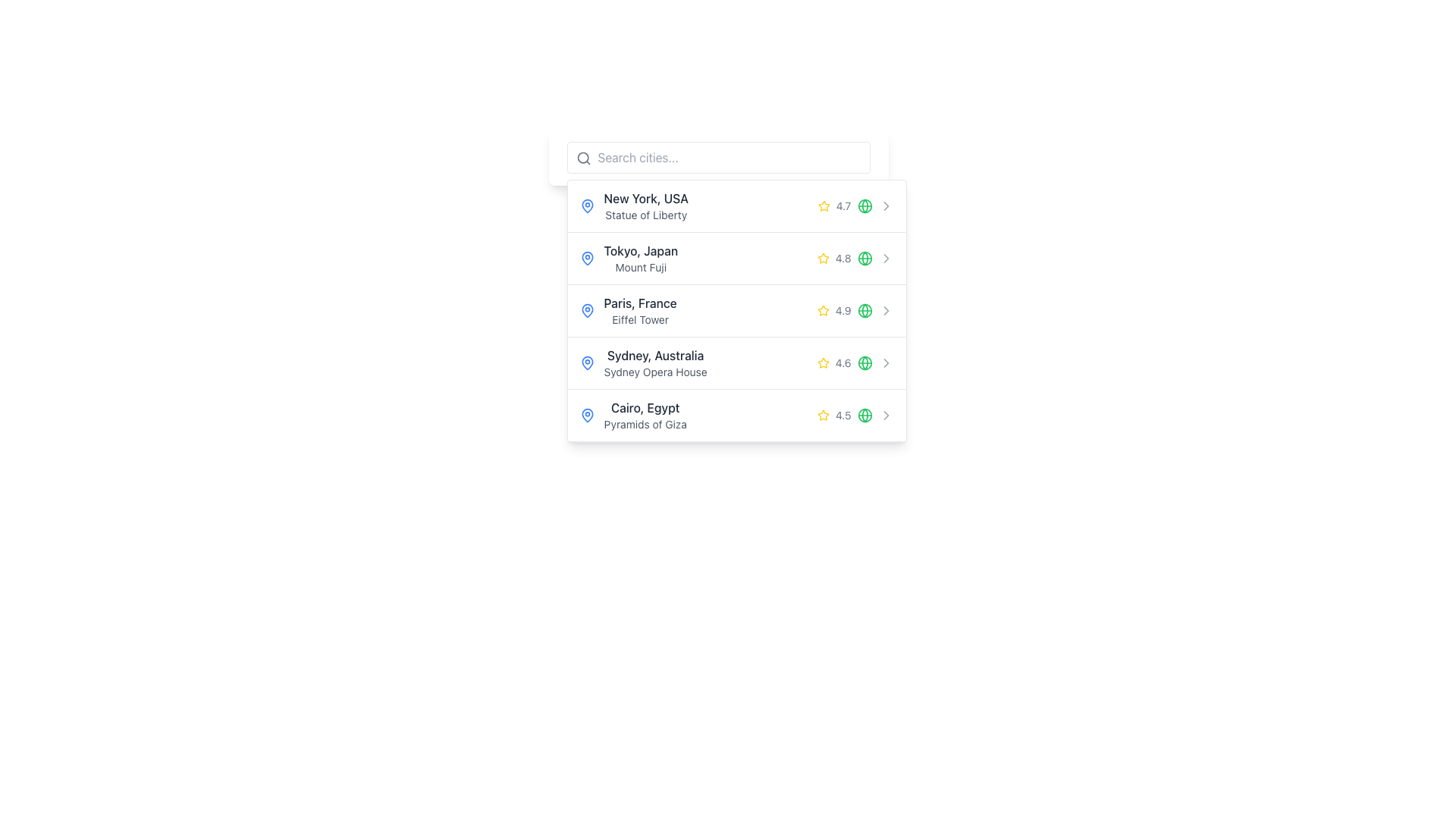 The height and width of the screenshot is (819, 1456). What do you see at coordinates (822, 362) in the screenshot?
I see `the yellow star icon representing a rating system located in the fourth list item, directly to the left of the numerical text '4.6'` at bounding box center [822, 362].